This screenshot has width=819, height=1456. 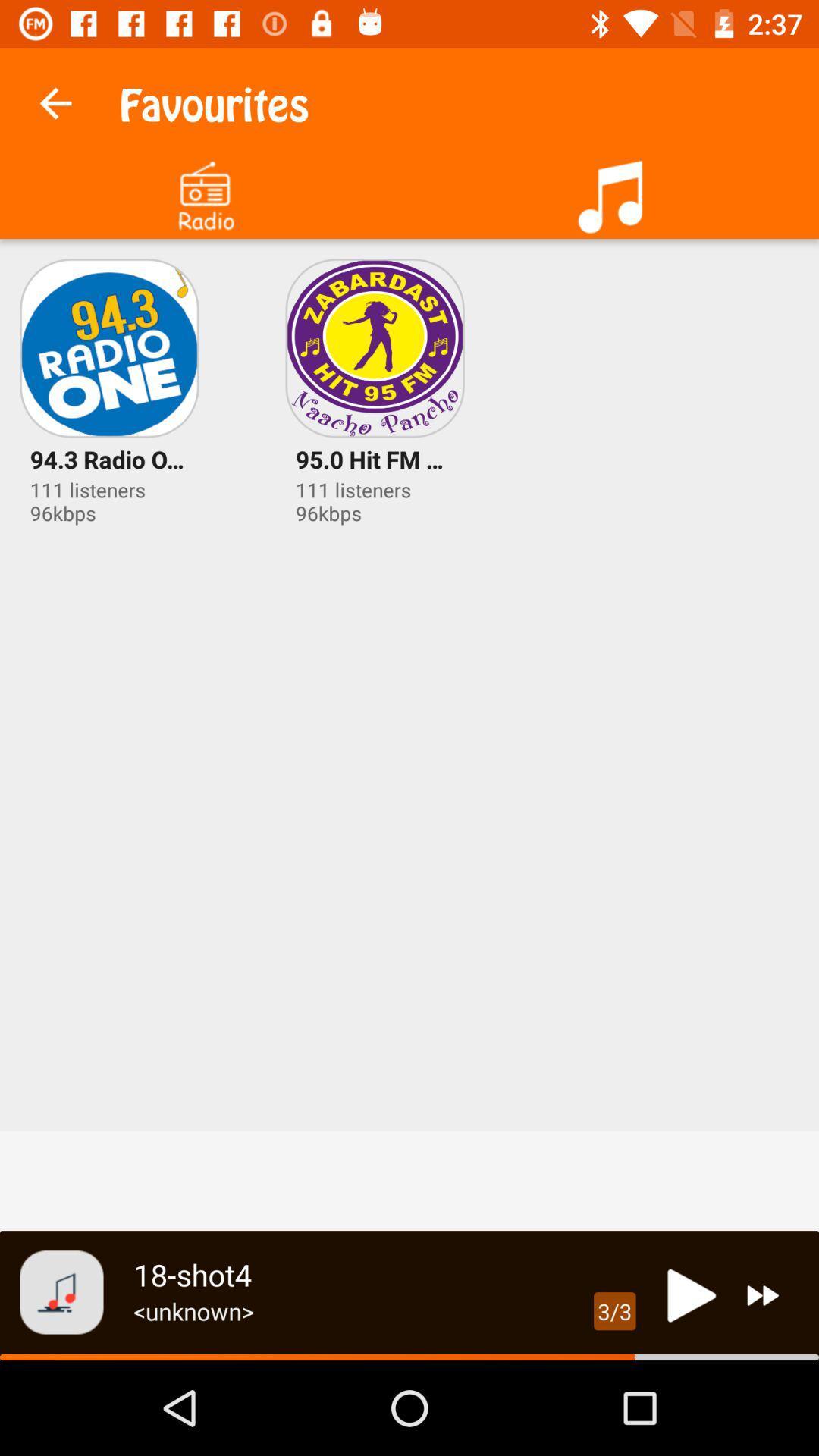 What do you see at coordinates (205, 190) in the screenshot?
I see `click radio option` at bounding box center [205, 190].